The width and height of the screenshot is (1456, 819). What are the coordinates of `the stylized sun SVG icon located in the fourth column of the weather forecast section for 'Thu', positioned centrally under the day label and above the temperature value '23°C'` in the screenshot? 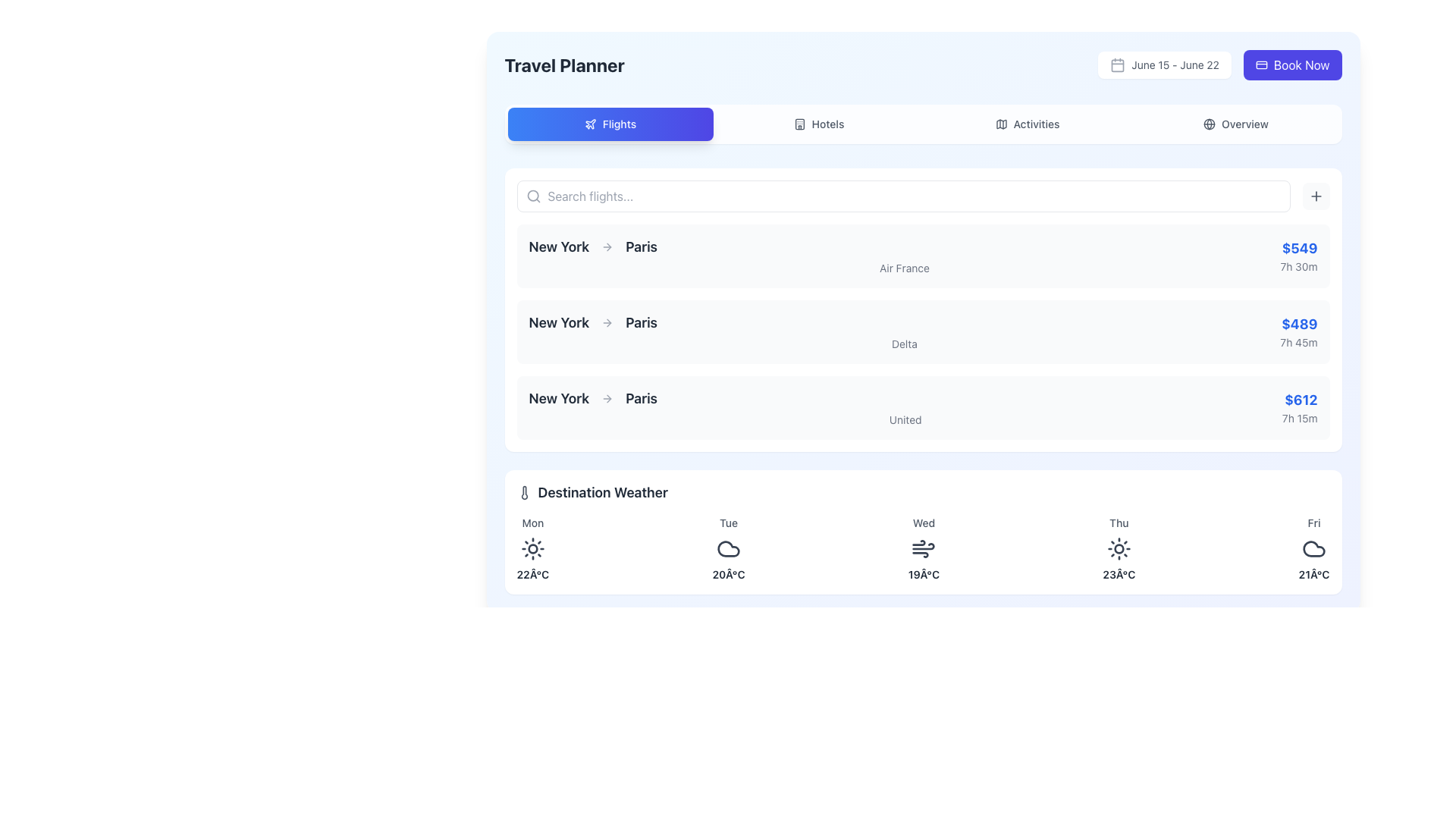 It's located at (1119, 549).